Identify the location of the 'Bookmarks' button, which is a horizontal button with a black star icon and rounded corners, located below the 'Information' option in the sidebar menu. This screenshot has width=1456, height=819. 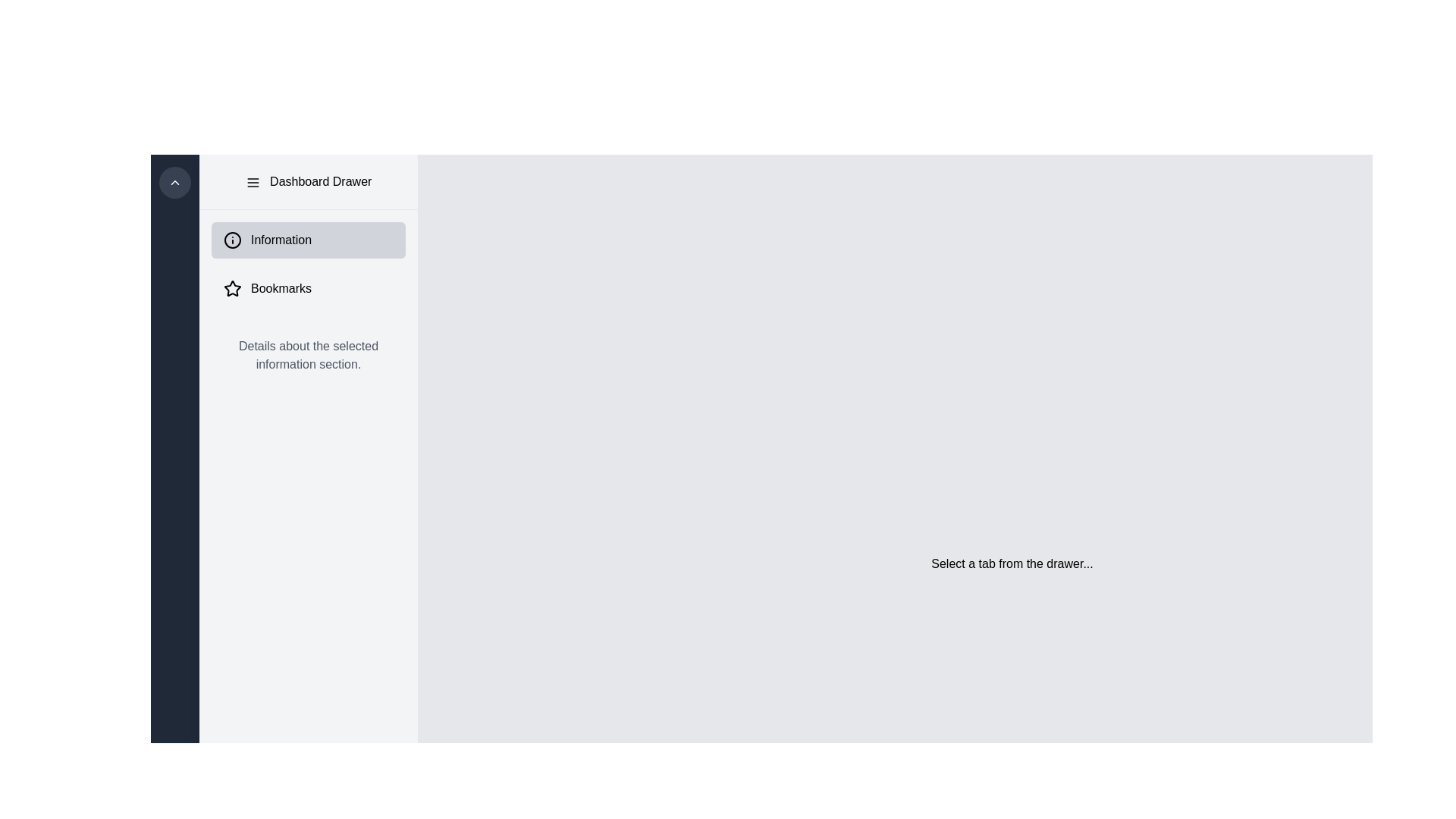
(308, 289).